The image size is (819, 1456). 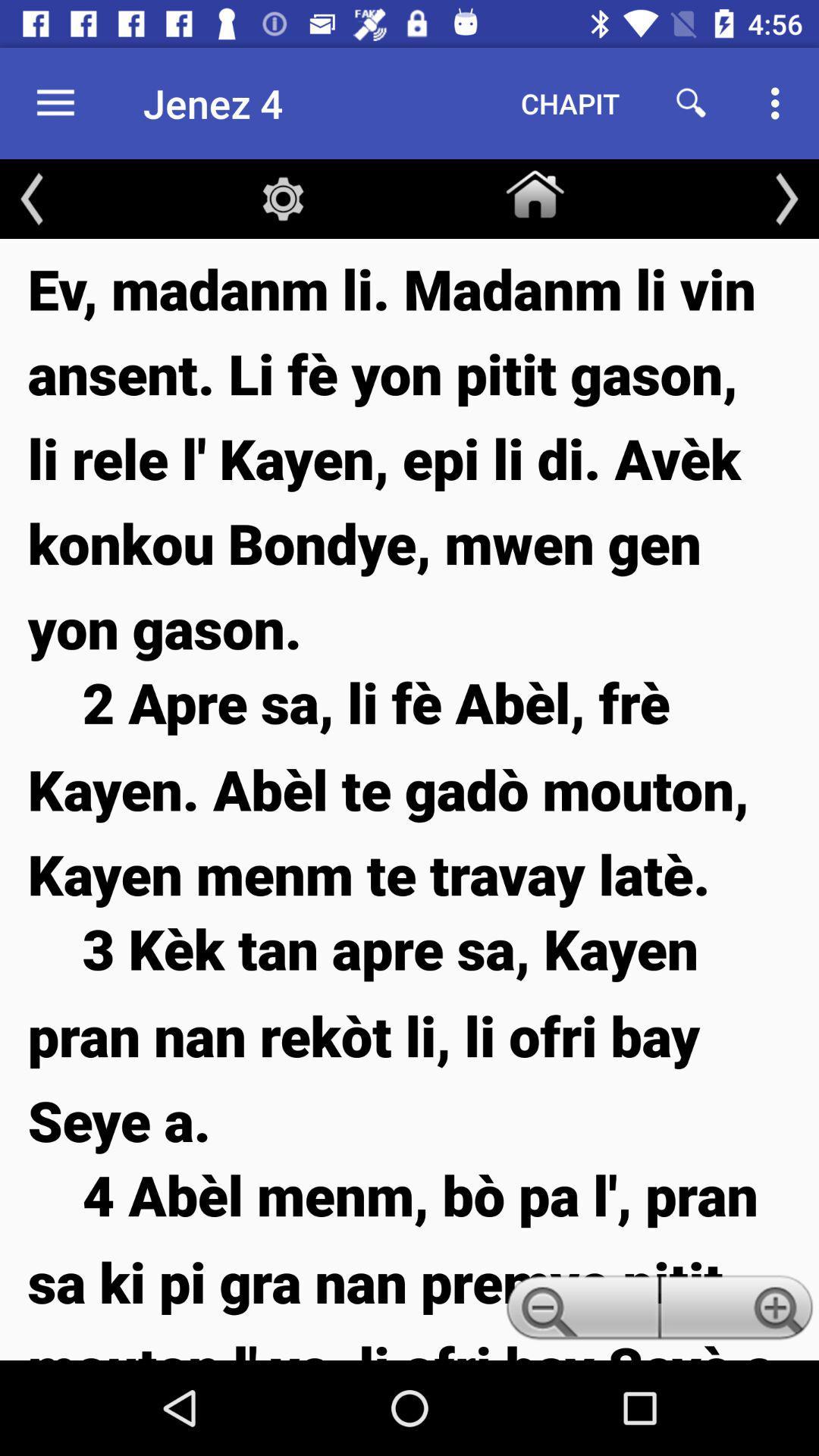 What do you see at coordinates (570, 102) in the screenshot?
I see `chapit icon` at bounding box center [570, 102].